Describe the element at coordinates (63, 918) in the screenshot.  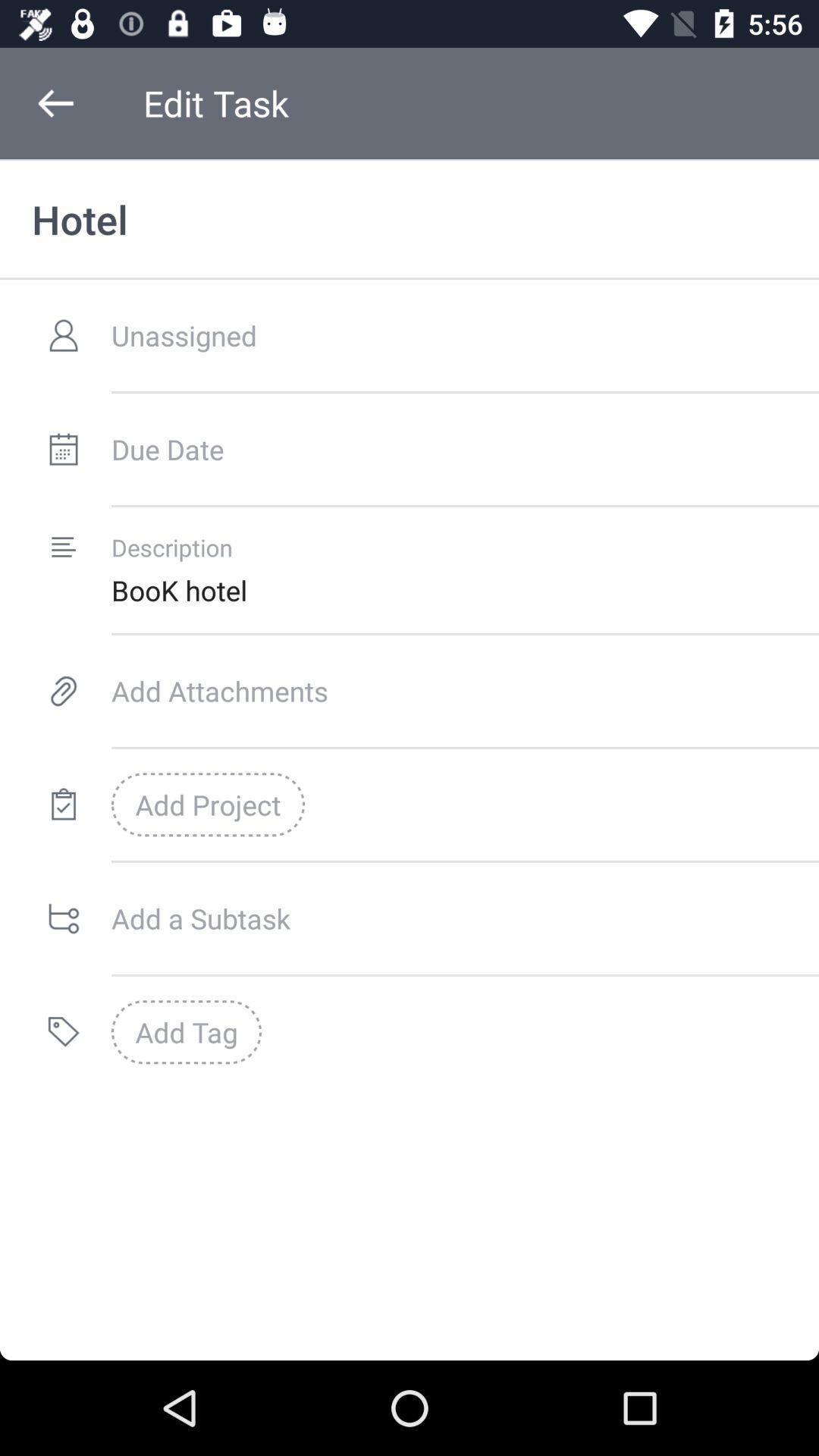
I see `the symbol which is to the immediate left of add a subtask` at that location.